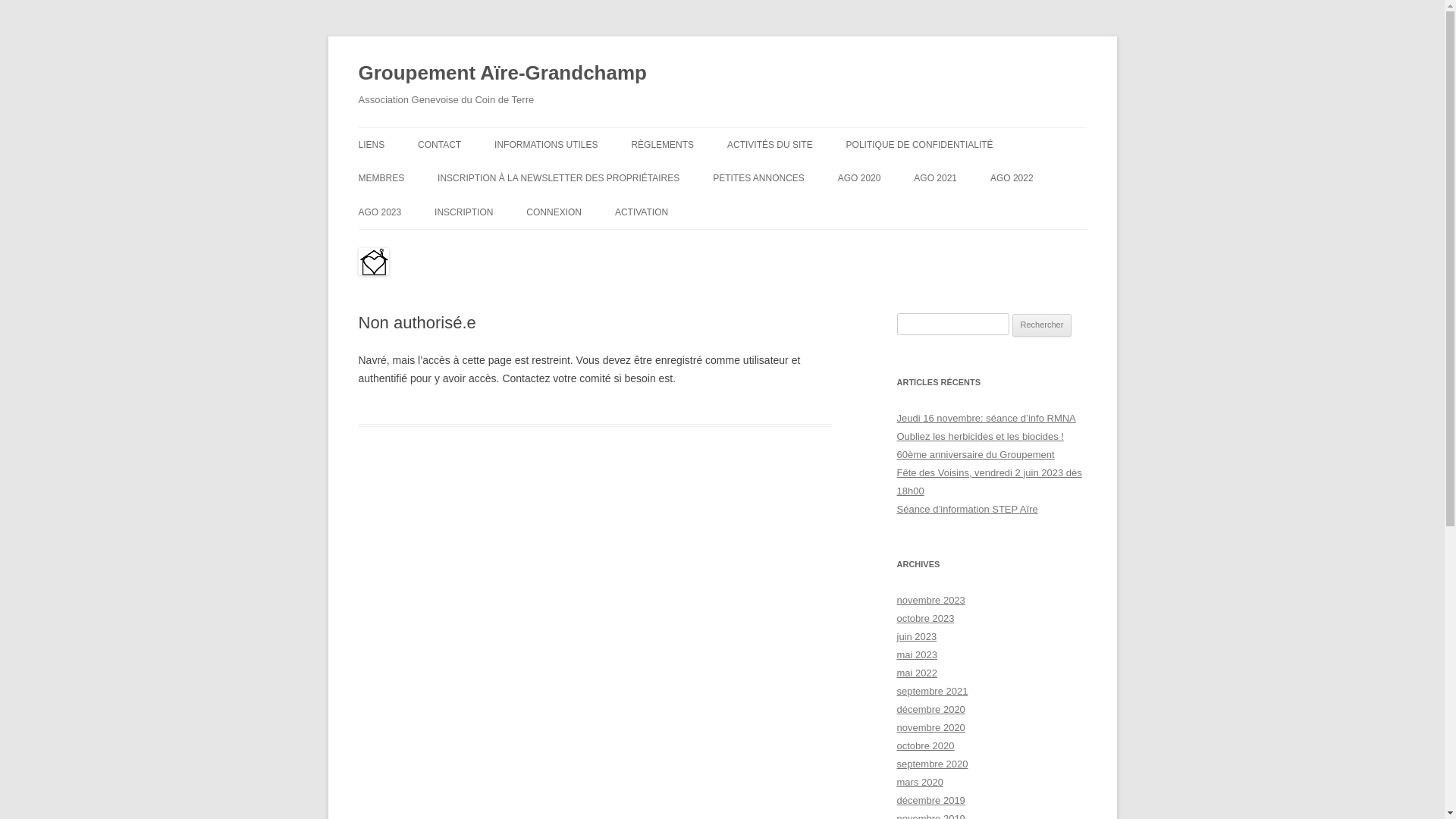 Image resolution: width=1456 pixels, height=819 pixels. I want to click on 'septembre 2021', so click(896, 691).